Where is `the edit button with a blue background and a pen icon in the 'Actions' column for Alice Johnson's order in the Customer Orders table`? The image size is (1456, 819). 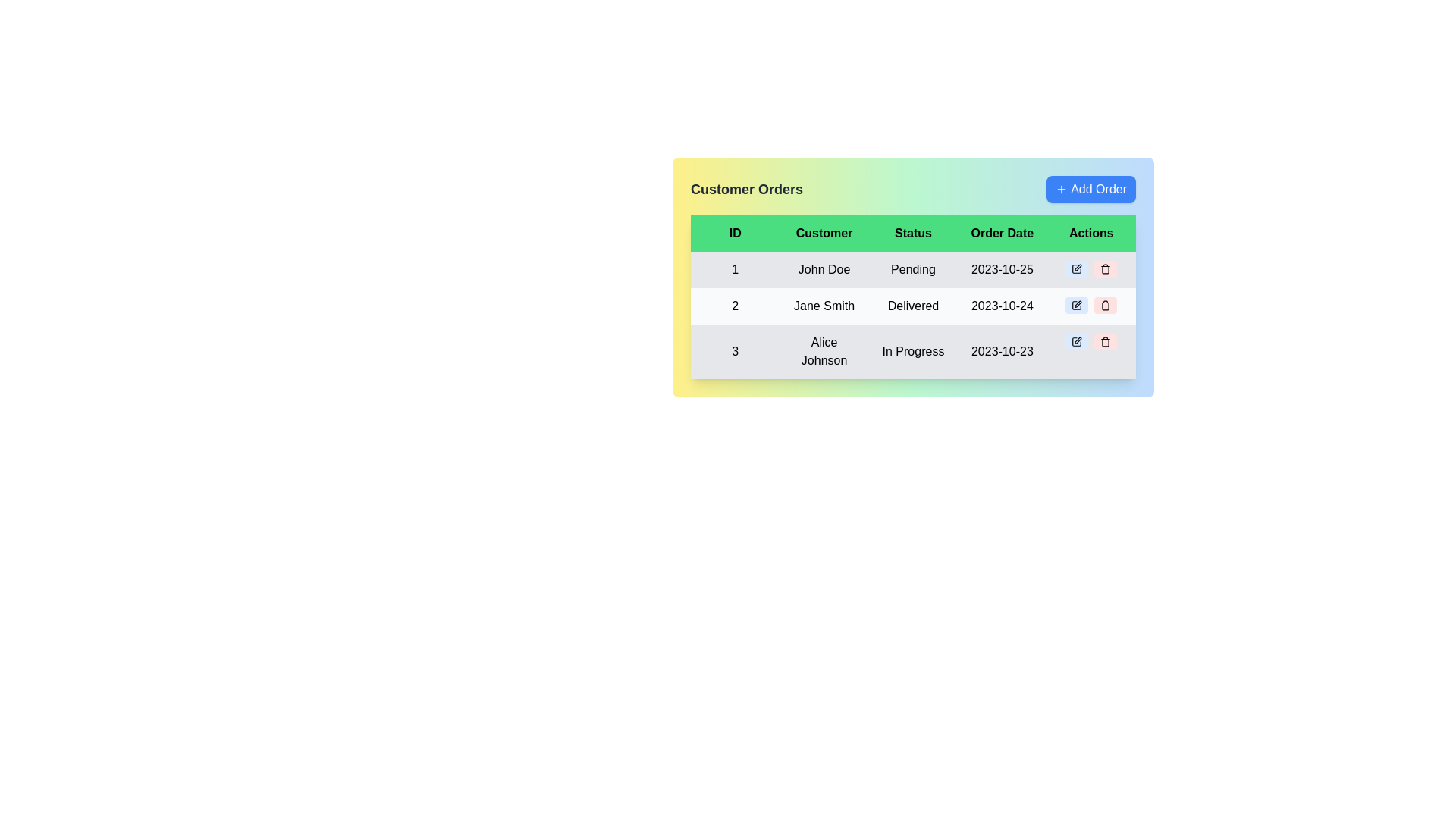 the edit button with a blue background and a pen icon in the 'Actions' column for Alice Johnson's order in the Customer Orders table is located at coordinates (1076, 342).